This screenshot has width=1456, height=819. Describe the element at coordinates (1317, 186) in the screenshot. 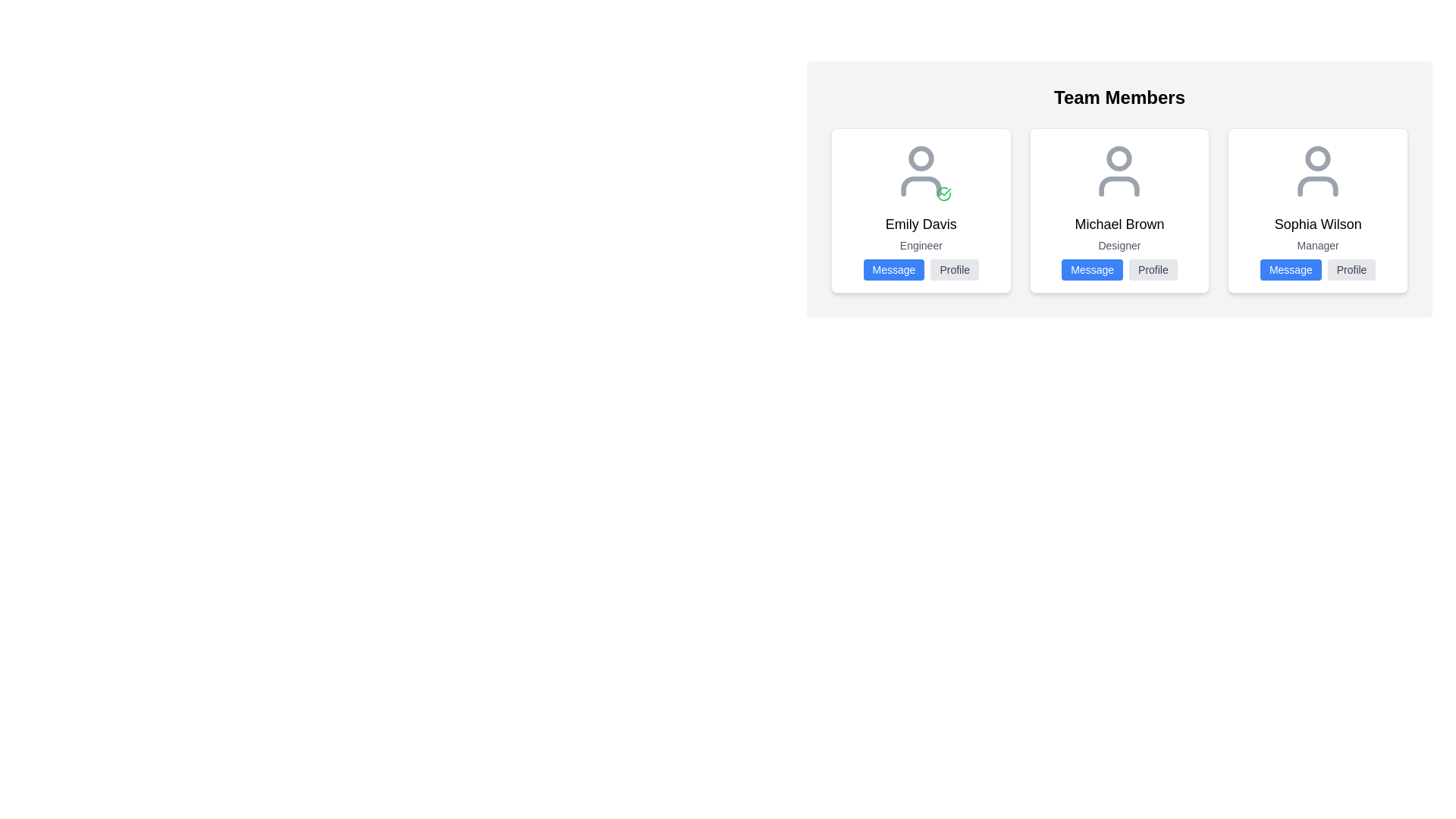

I see `lower portion of the silhouette icon representing 'Sophia Wilson' in the team members section` at that location.